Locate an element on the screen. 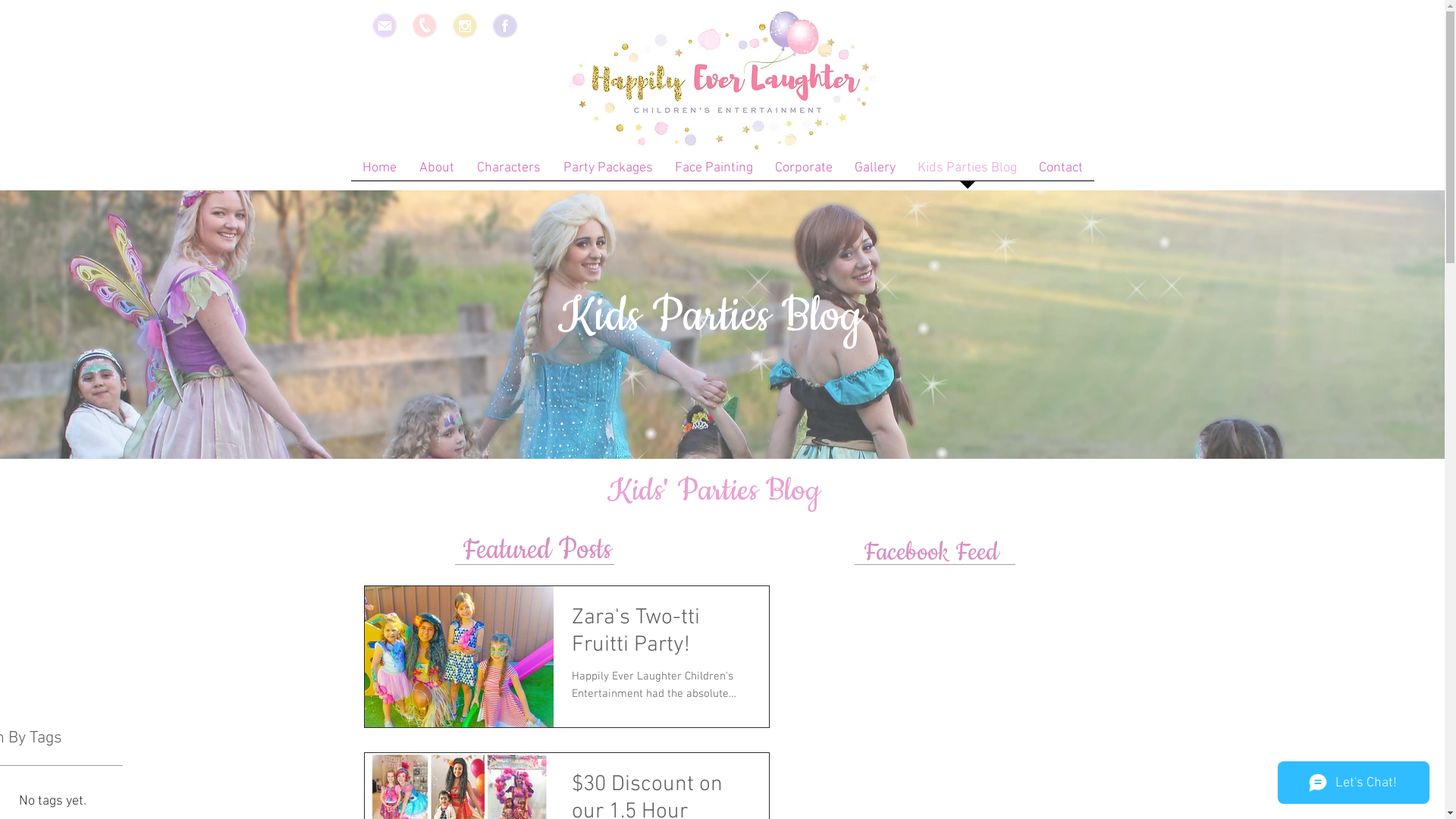 This screenshot has height=819, width=1456. 'Contact' is located at coordinates (1060, 171).